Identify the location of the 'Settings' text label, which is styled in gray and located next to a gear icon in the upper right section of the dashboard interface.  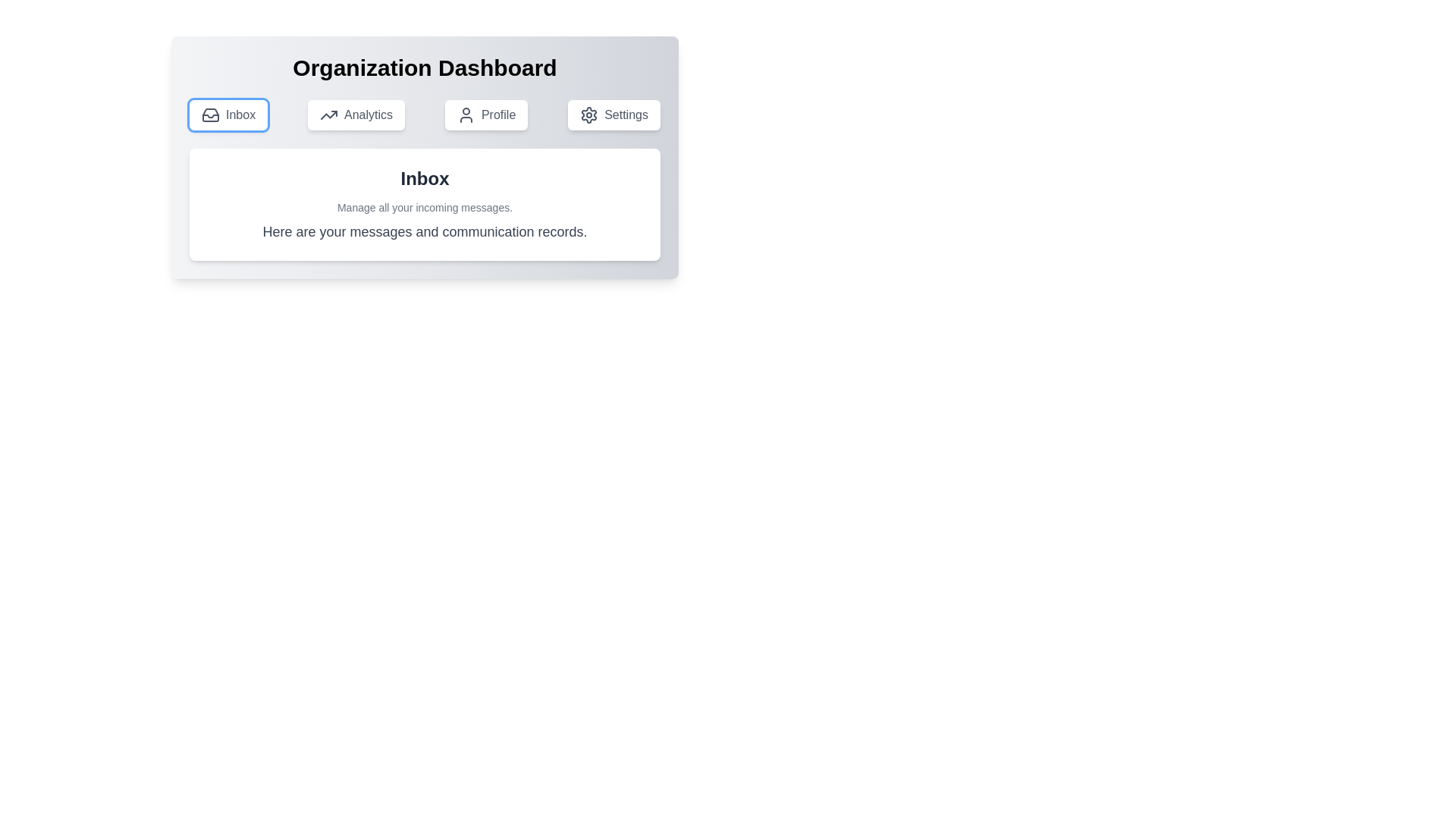
(626, 114).